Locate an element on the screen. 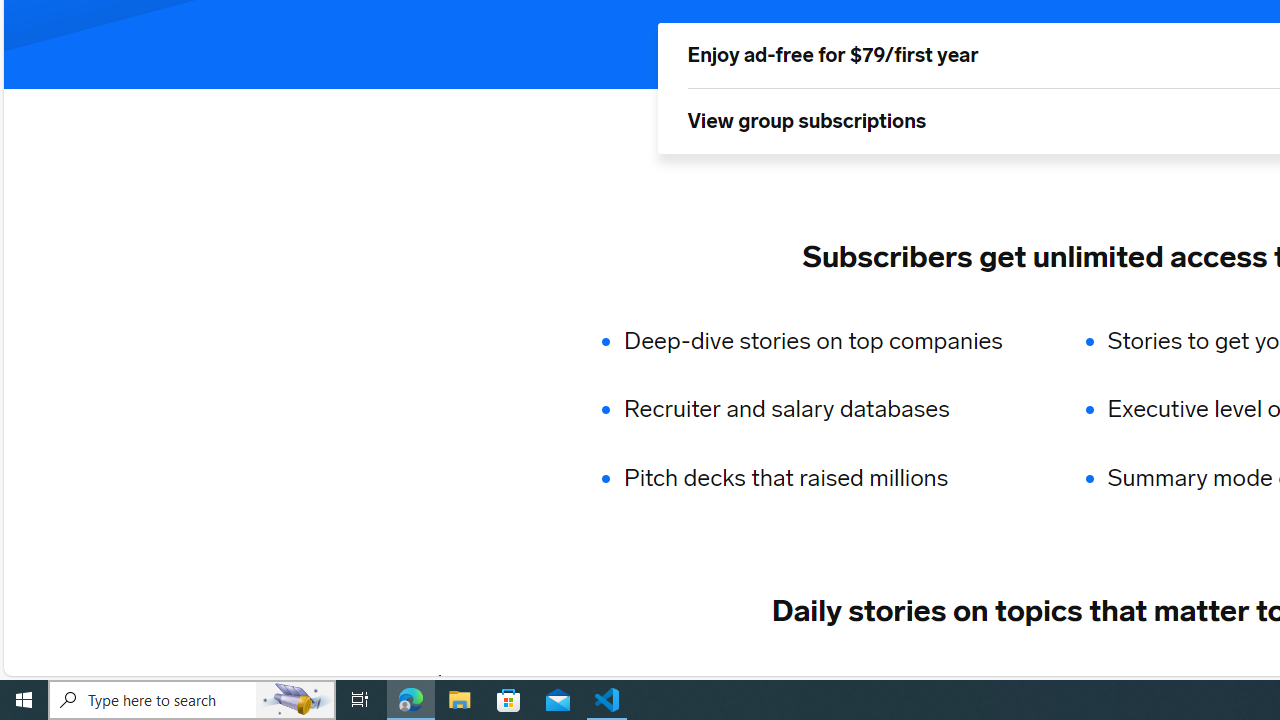 The image size is (1280, 720). 'Pitch decks that raised millions' is located at coordinates (826, 478).